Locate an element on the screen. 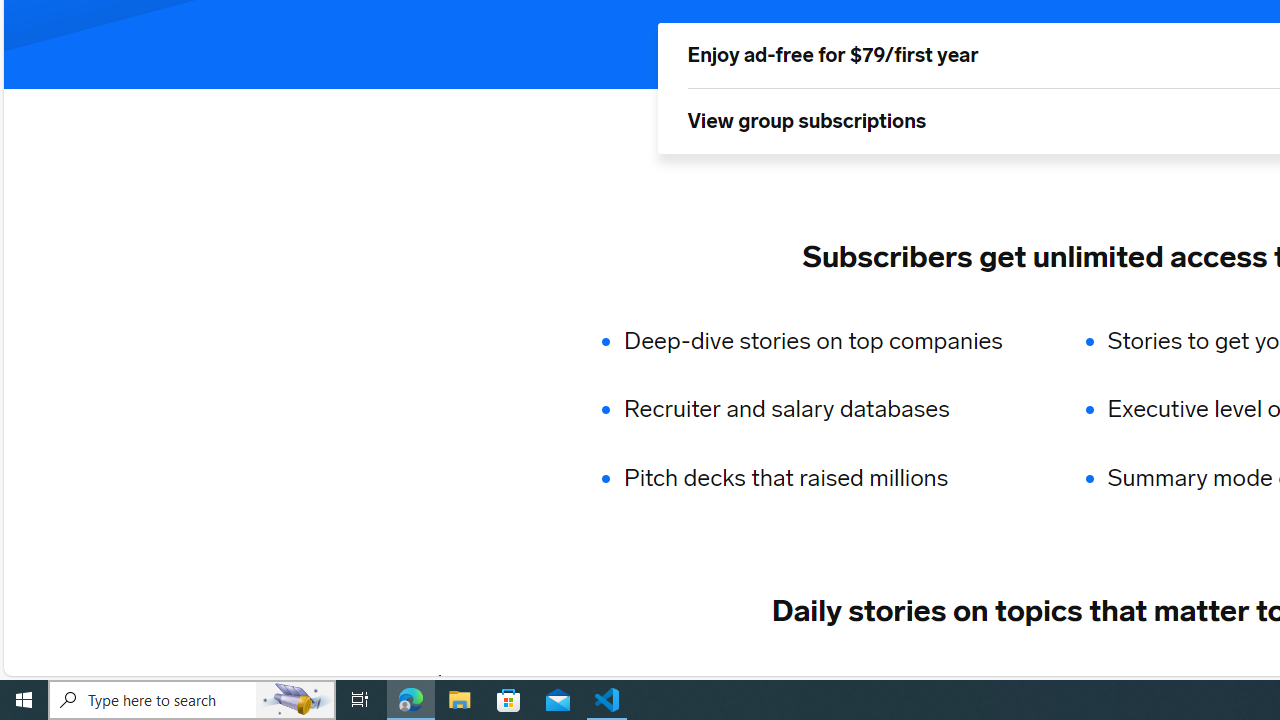 The image size is (1280, 720). 'Pitch decks that raised millions' is located at coordinates (826, 478).